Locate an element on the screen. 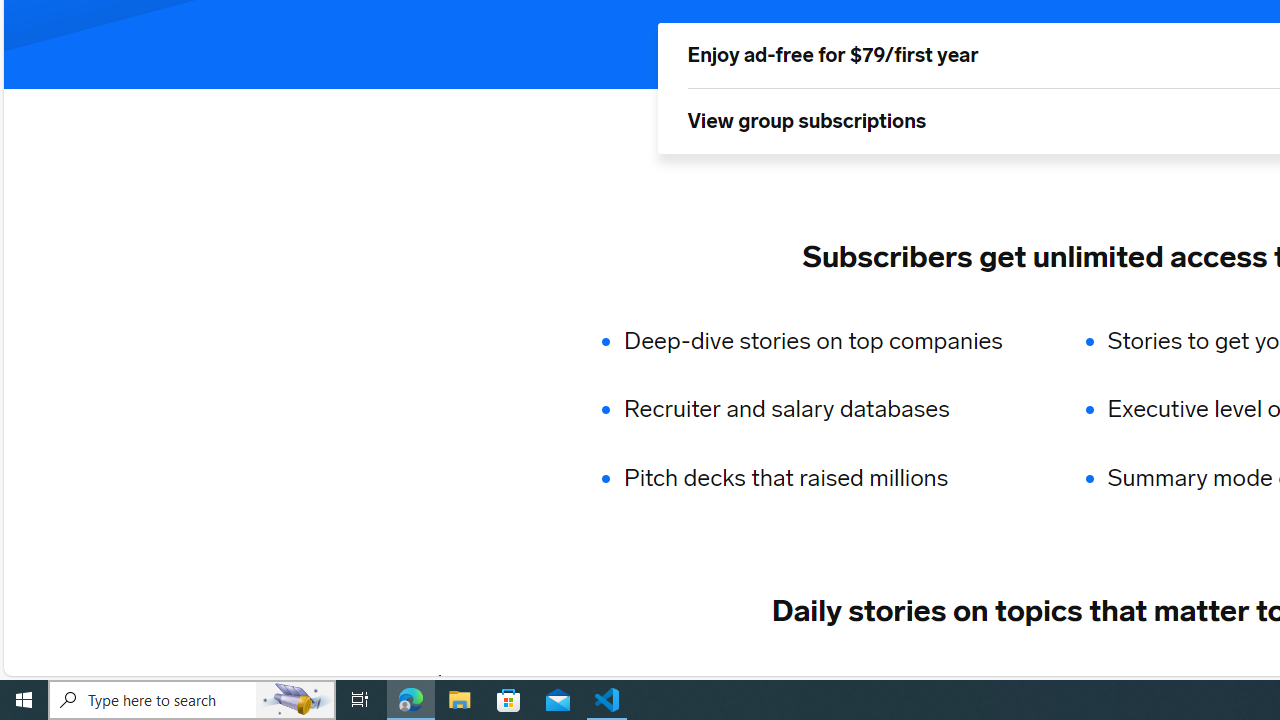 The image size is (1280, 720). 'Pitch decks that raised millions' is located at coordinates (826, 478).